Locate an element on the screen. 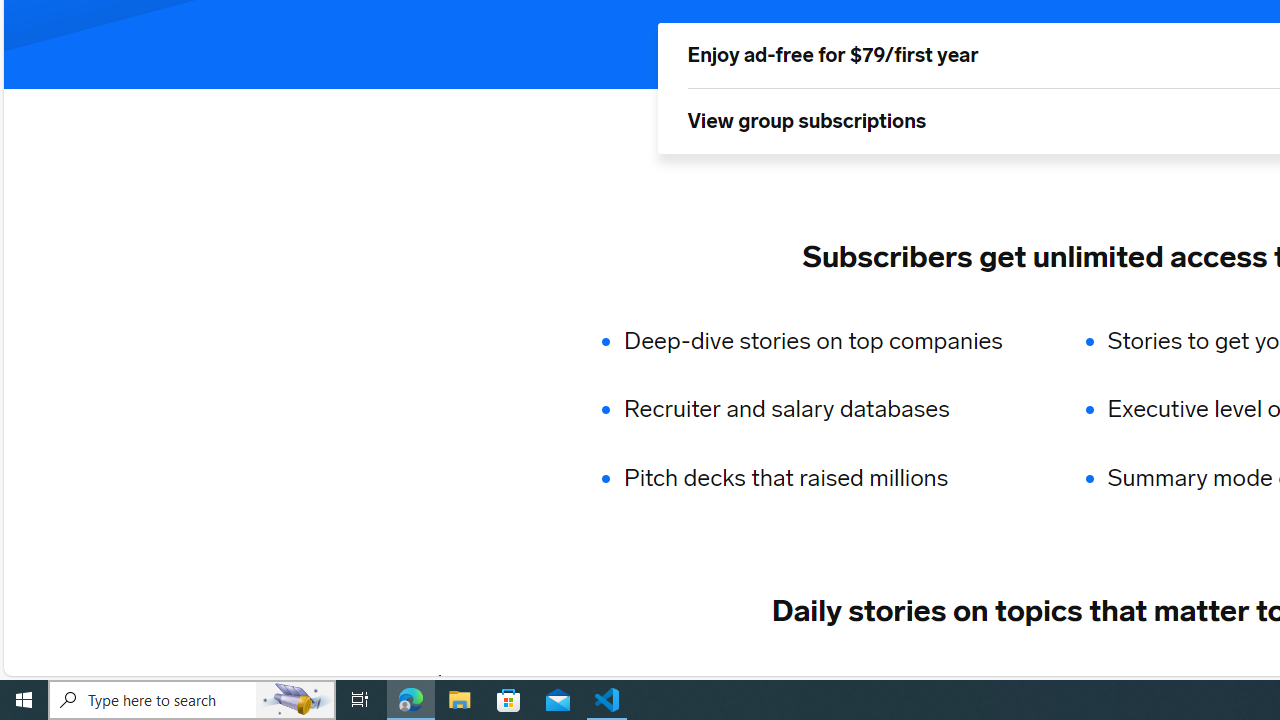 The image size is (1280, 720). 'Pitch decks that raised millions' is located at coordinates (826, 478).